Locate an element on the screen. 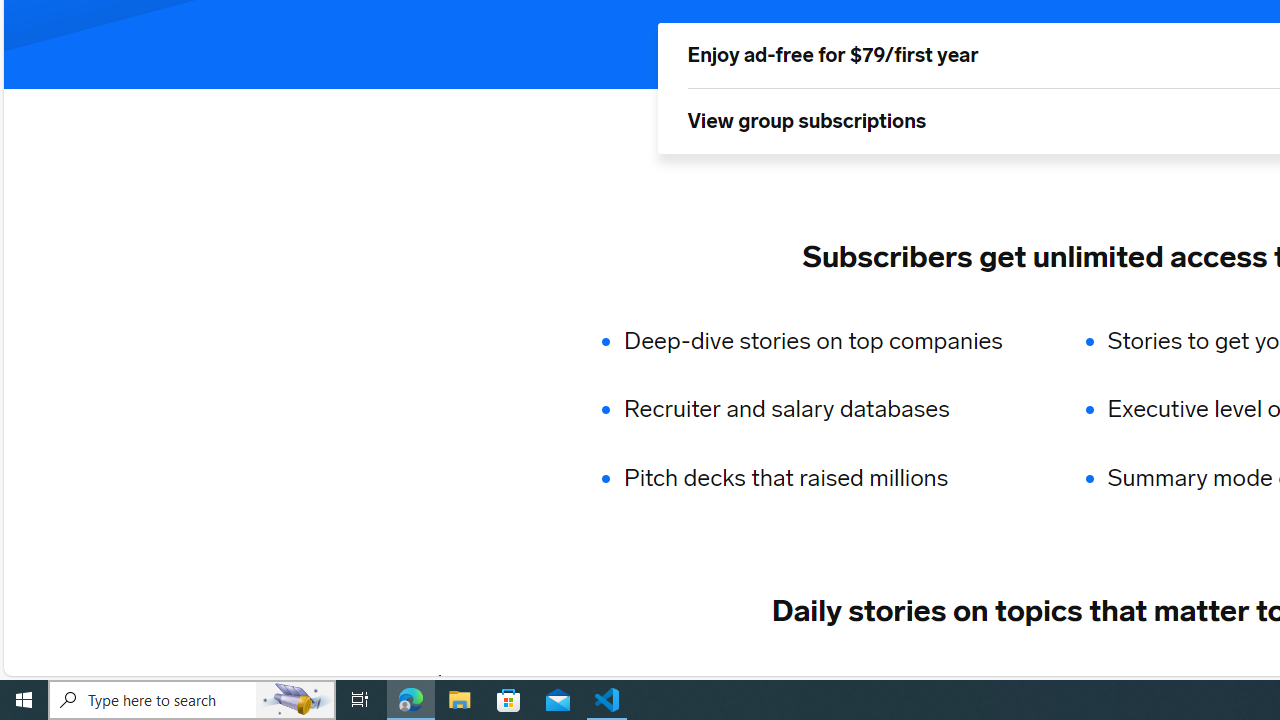 The image size is (1280, 720). 'Pitch decks that raised millions' is located at coordinates (826, 478).